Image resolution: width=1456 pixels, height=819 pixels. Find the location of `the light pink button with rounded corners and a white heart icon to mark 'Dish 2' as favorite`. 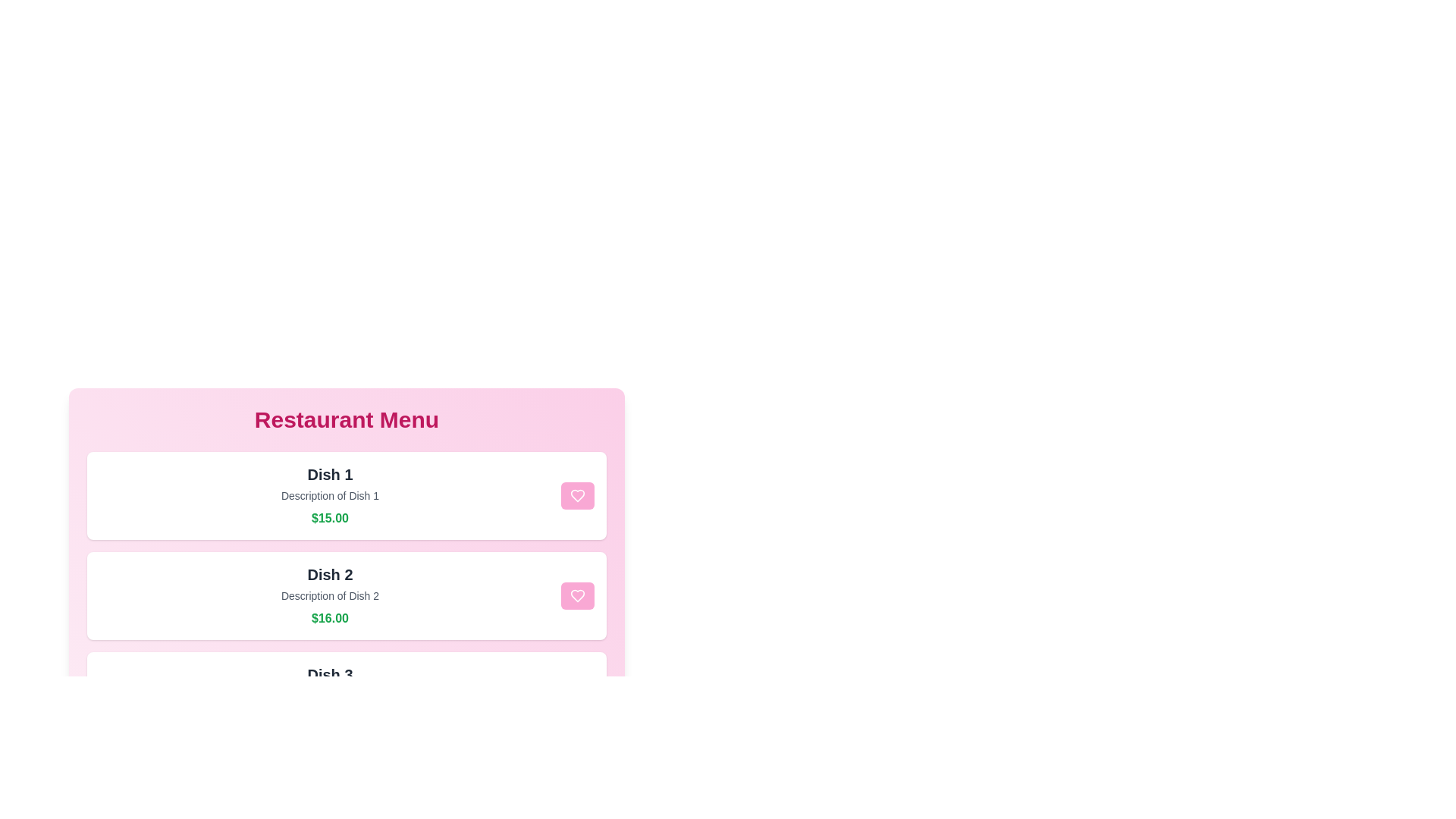

the light pink button with rounded corners and a white heart icon to mark 'Dish 2' as favorite is located at coordinates (577, 595).